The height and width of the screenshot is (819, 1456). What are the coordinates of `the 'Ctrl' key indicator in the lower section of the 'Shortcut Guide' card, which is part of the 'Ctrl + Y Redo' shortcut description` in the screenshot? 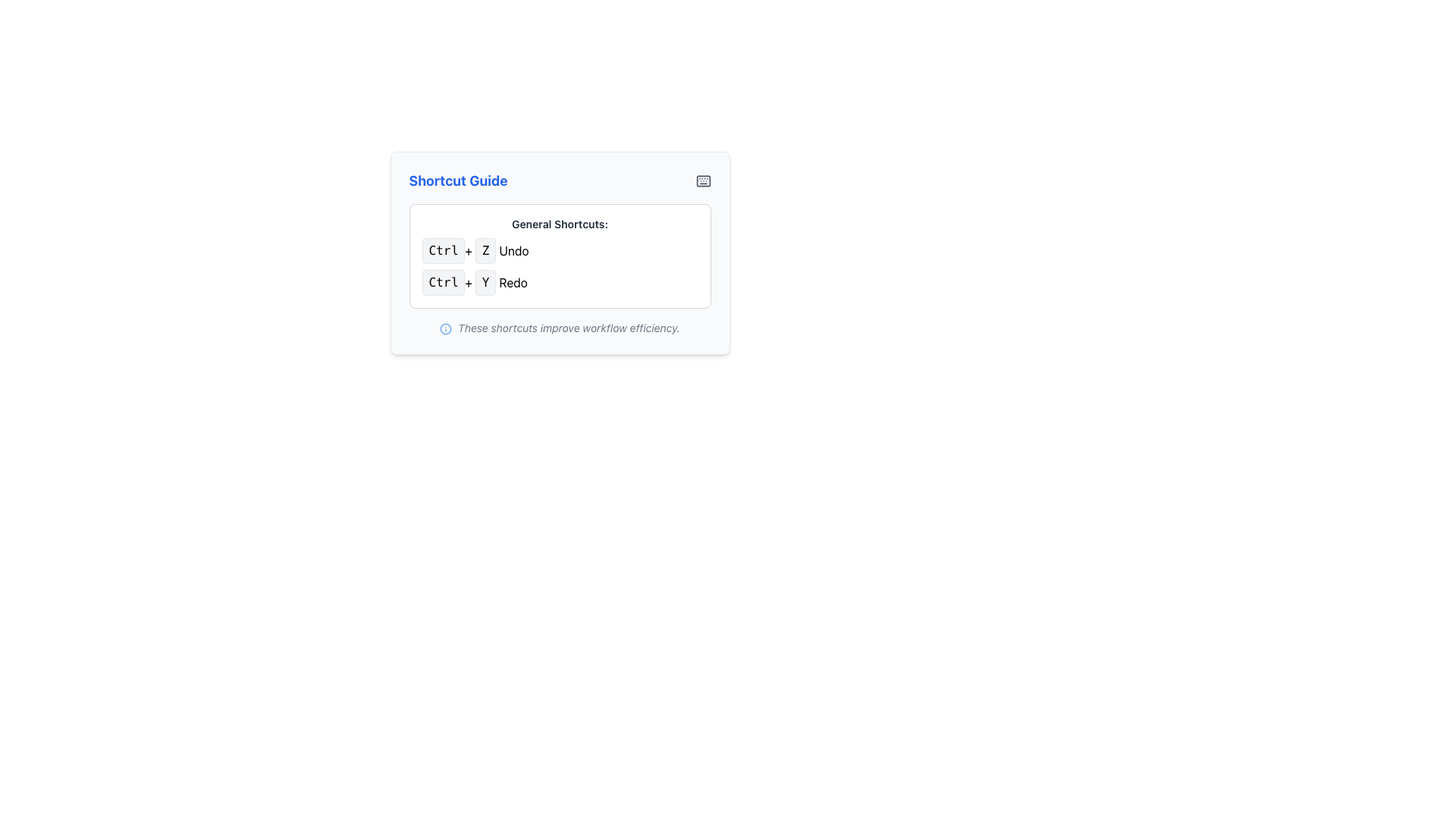 It's located at (442, 283).